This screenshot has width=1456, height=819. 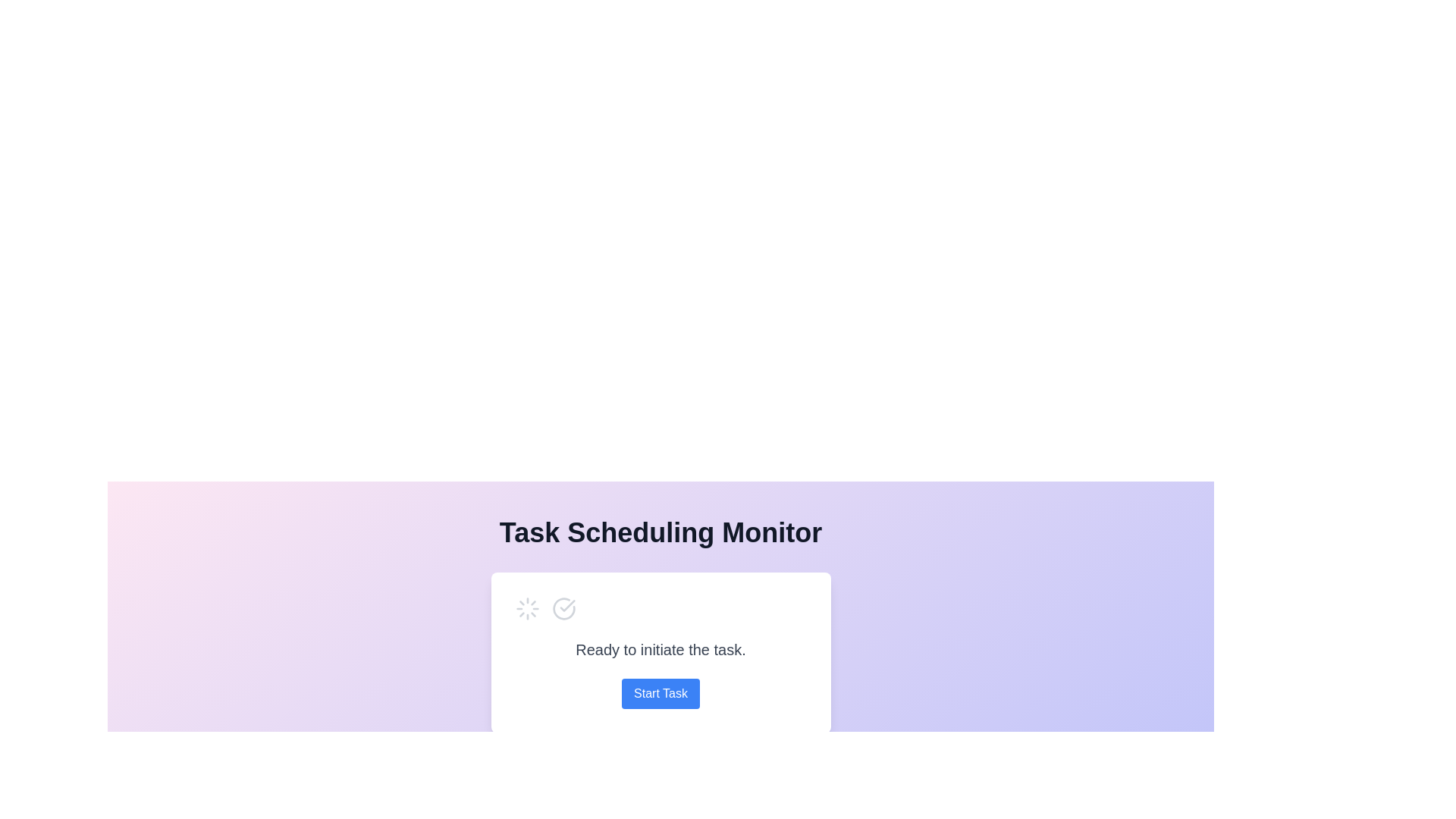 I want to click on the button located within a white, shadowed card under the header text 'Ready to initiate the task' to observe the hover effect, so click(x=661, y=693).